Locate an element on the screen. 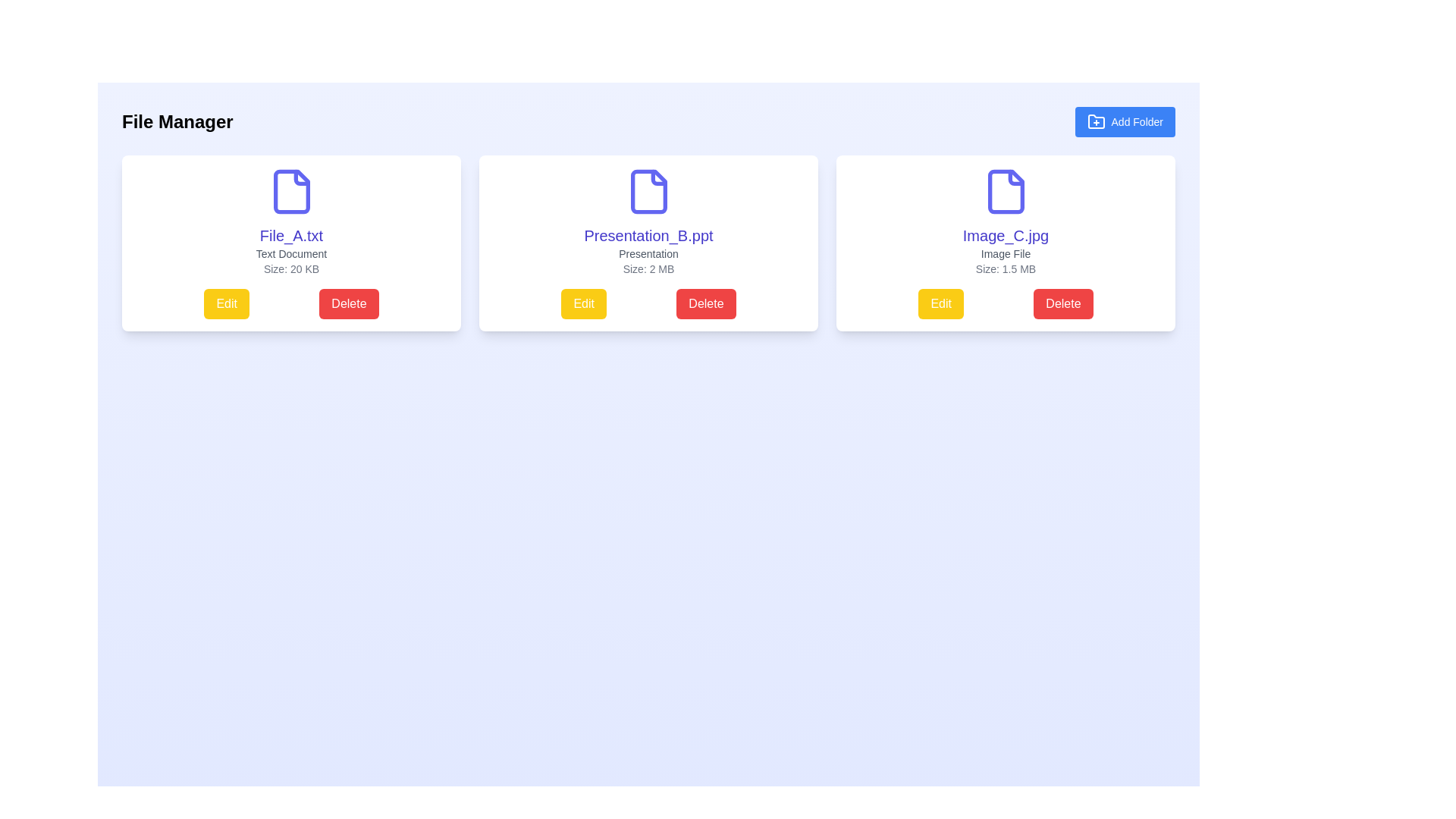  the static text element displaying 'Image File' which is located at the center-bottom of the card for the file 'Image_C.jpg' is located at coordinates (1006, 253).